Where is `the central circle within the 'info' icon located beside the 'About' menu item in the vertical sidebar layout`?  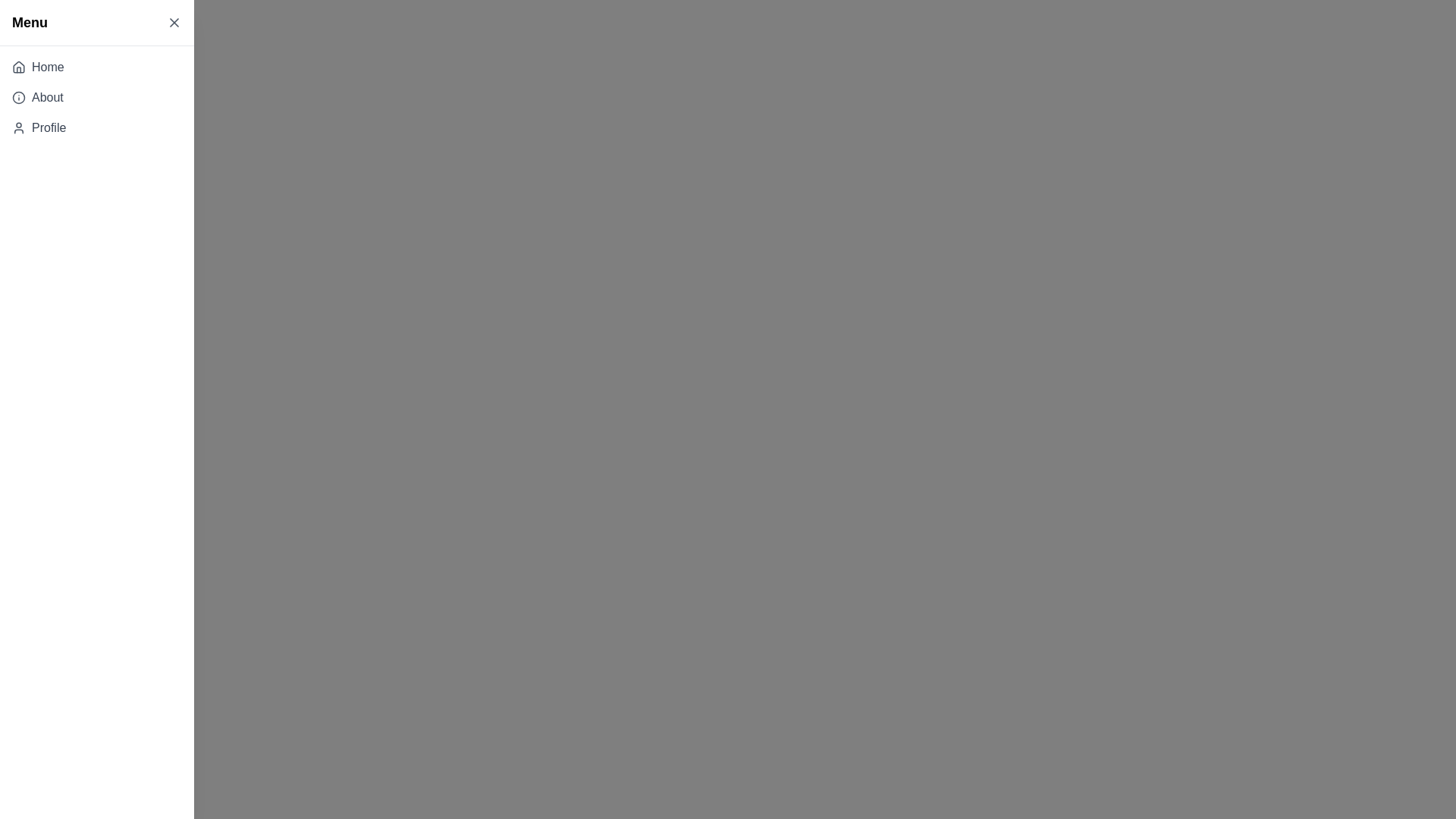
the central circle within the 'info' icon located beside the 'About' menu item in the vertical sidebar layout is located at coordinates (18, 97).